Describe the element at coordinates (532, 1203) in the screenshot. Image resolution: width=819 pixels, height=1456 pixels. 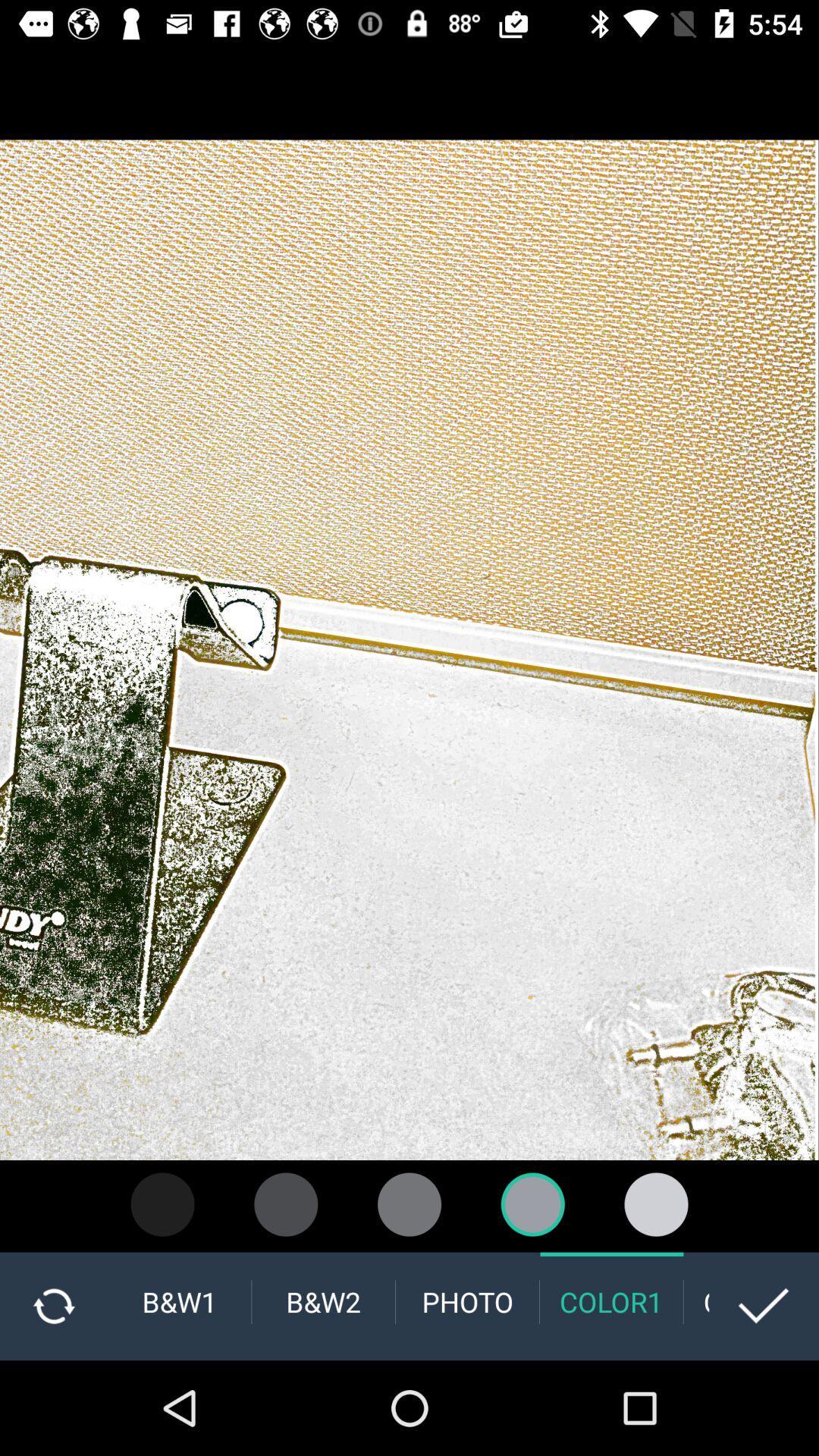
I see `the avatar icon` at that location.